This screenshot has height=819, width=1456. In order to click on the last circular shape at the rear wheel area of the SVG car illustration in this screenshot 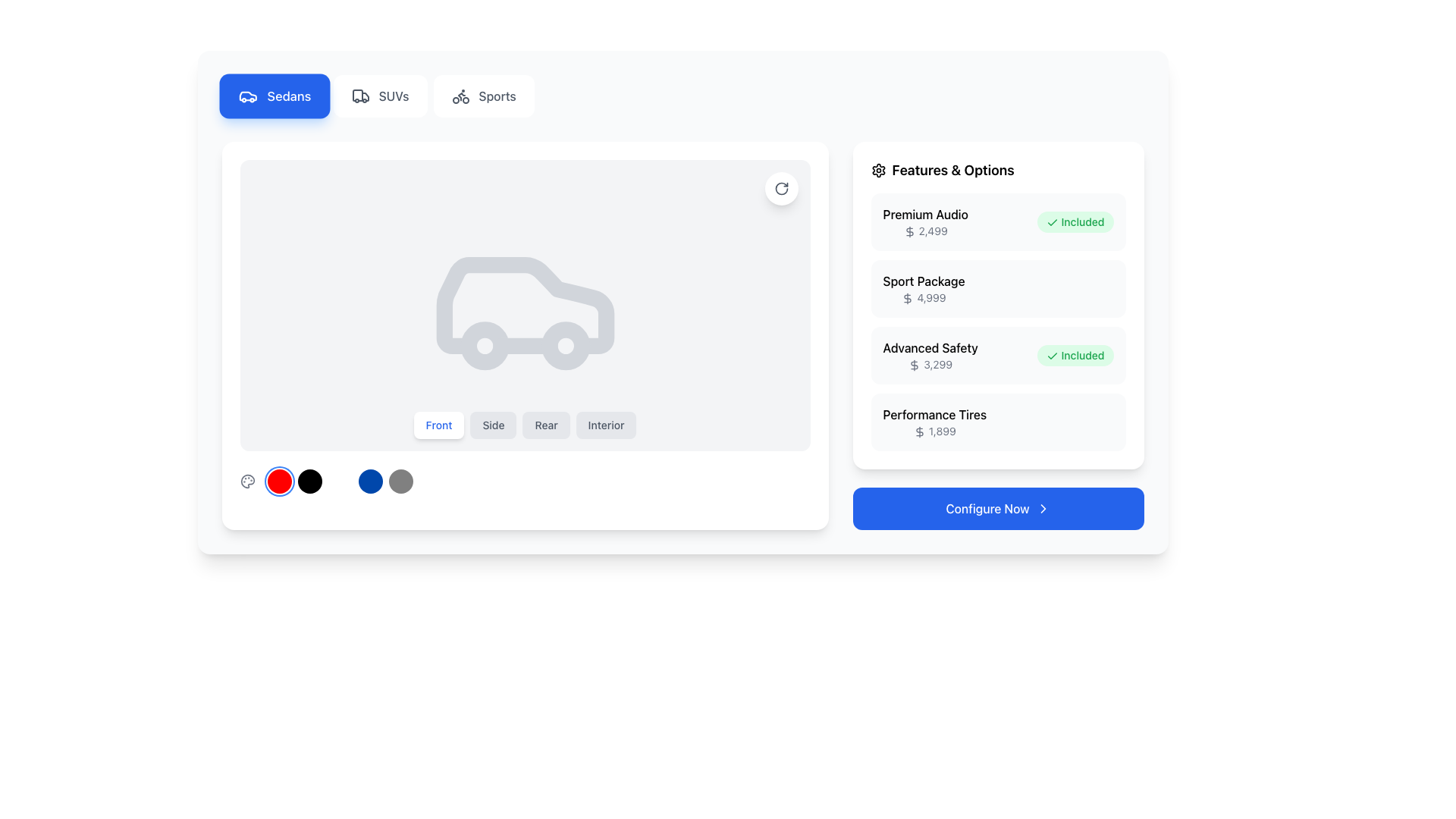, I will do `click(564, 346)`.